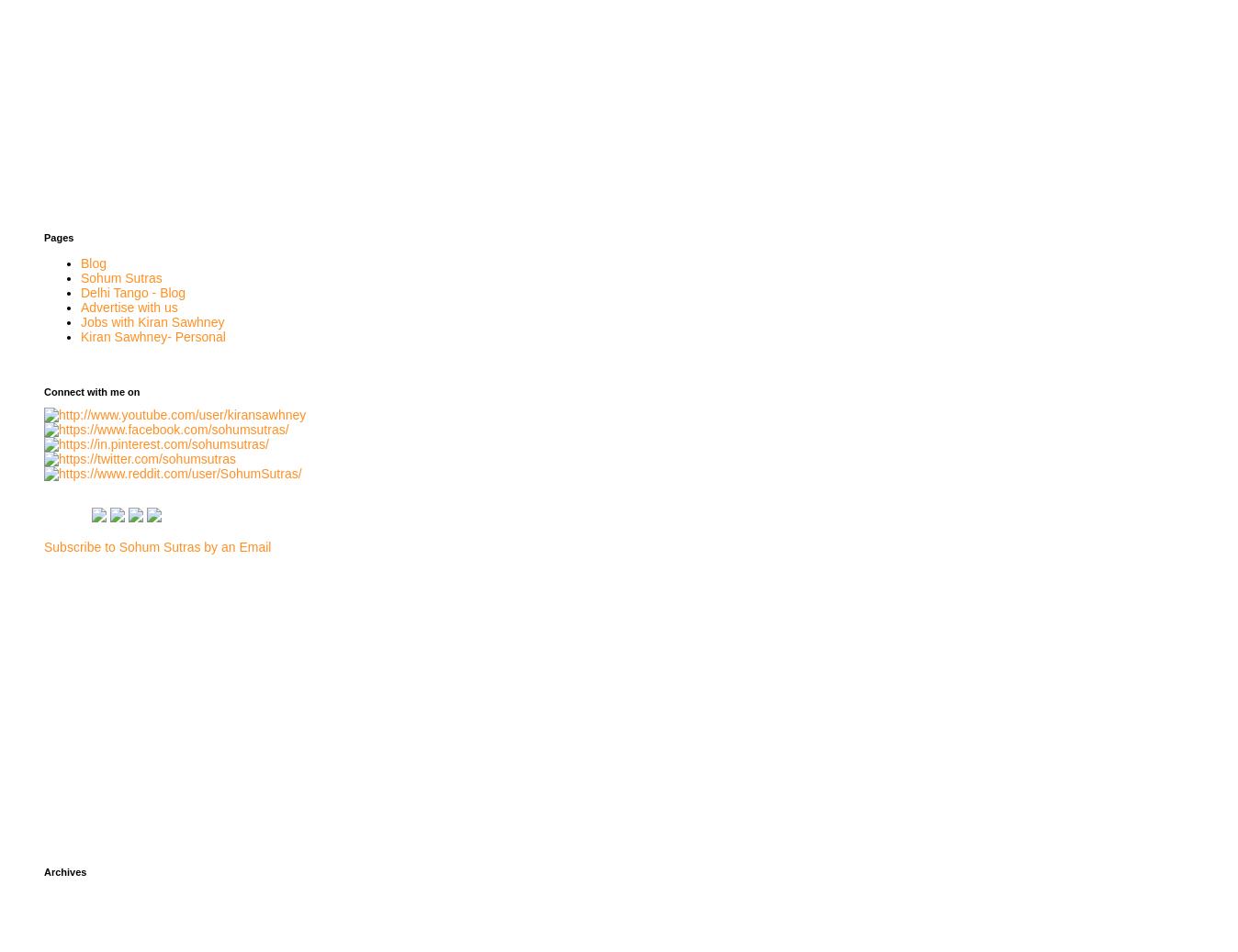 This screenshot has width=1238, height=952. Describe the element at coordinates (152, 334) in the screenshot. I see `'Kiran Sawhney- Personal'` at that location.